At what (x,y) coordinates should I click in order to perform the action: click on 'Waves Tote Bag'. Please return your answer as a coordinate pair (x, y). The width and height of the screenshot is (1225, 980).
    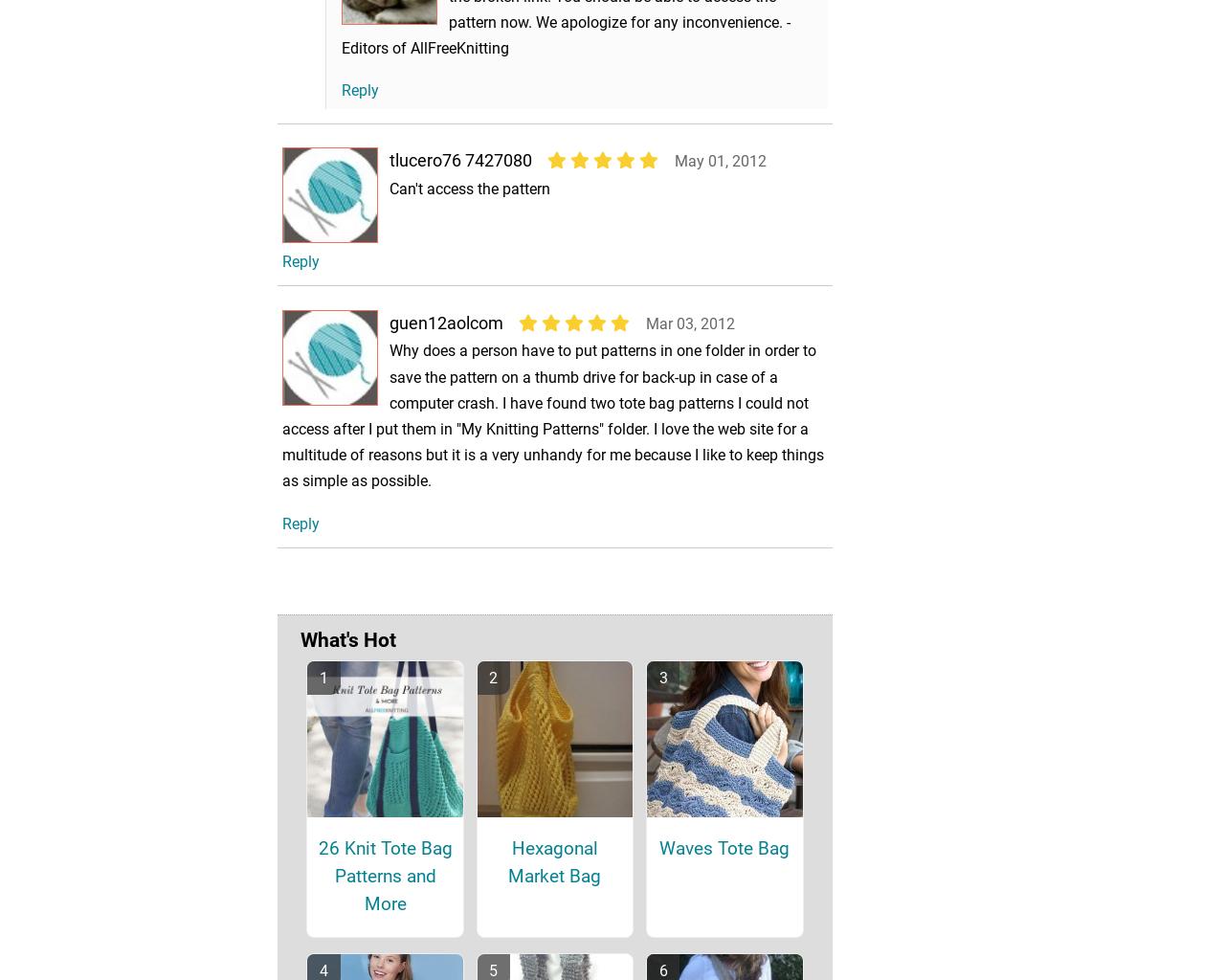
    Looking at the image, I should click on (723, 874).